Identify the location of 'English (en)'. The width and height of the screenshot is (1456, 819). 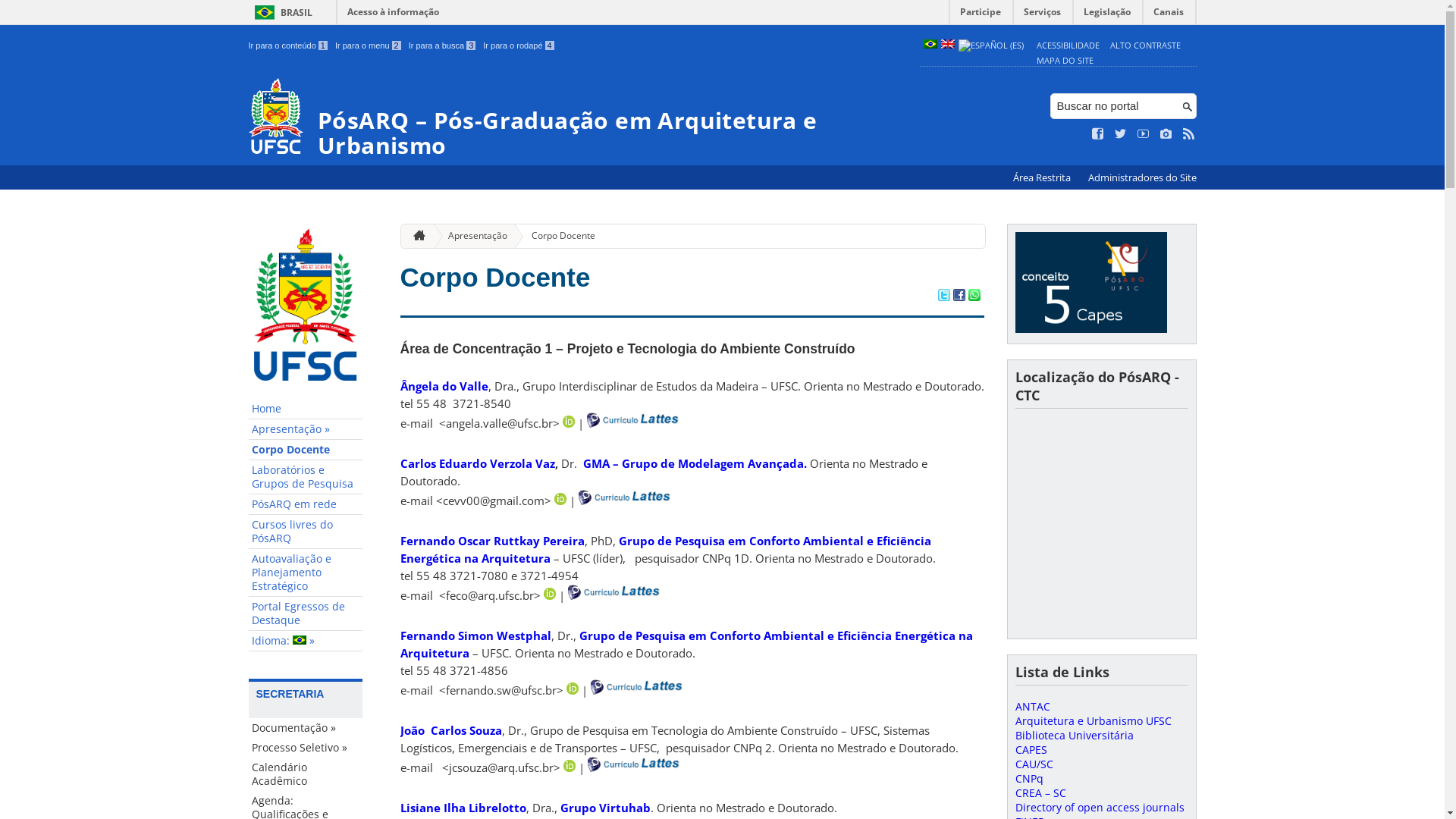
(946, 44).